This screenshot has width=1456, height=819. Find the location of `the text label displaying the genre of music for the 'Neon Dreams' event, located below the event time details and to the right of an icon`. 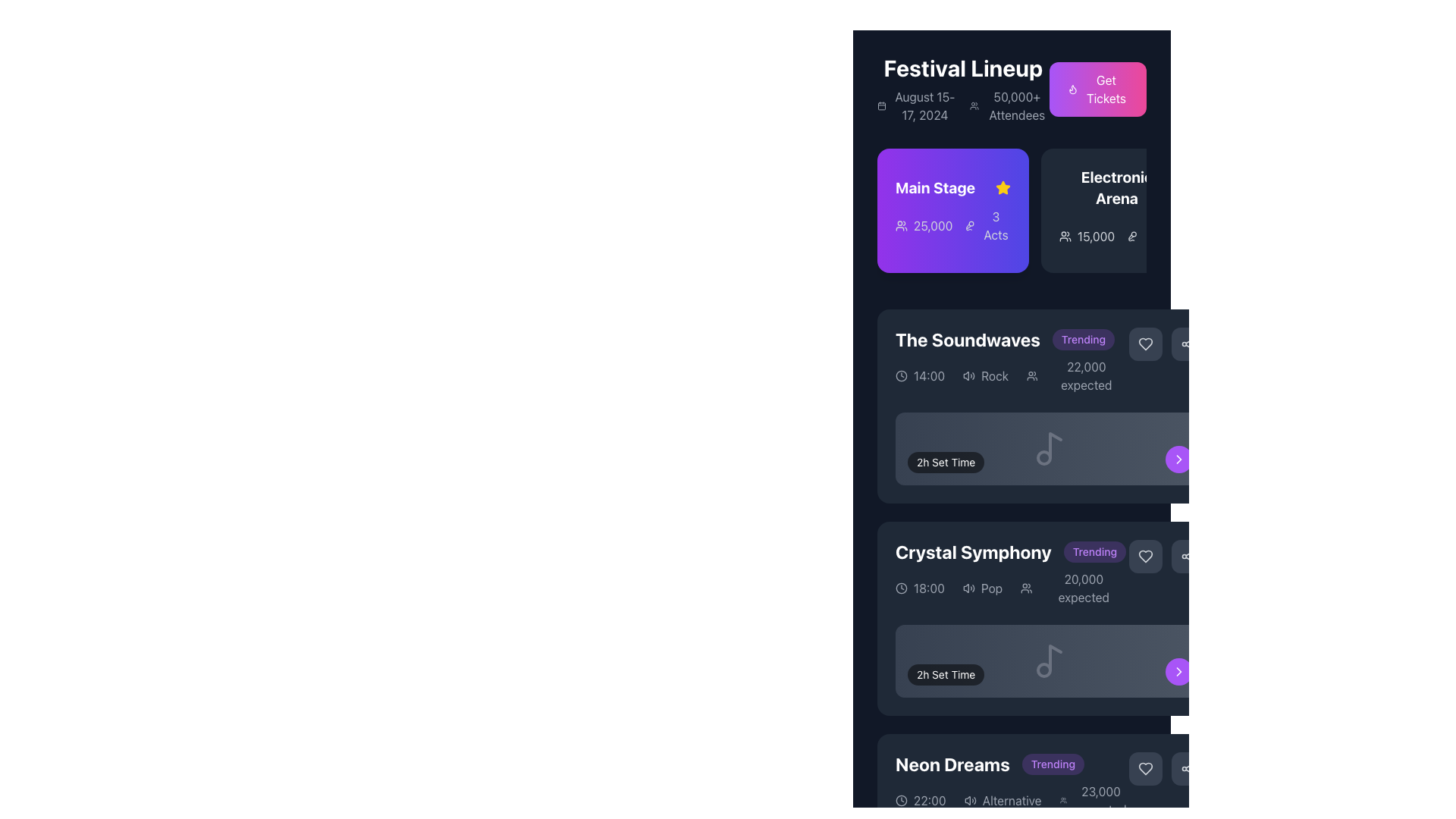

the text label displaying the genre of music for the 'Neon Dreams' event, located below the event time details and to the right of an icon is located at coordinates (1012, 800).